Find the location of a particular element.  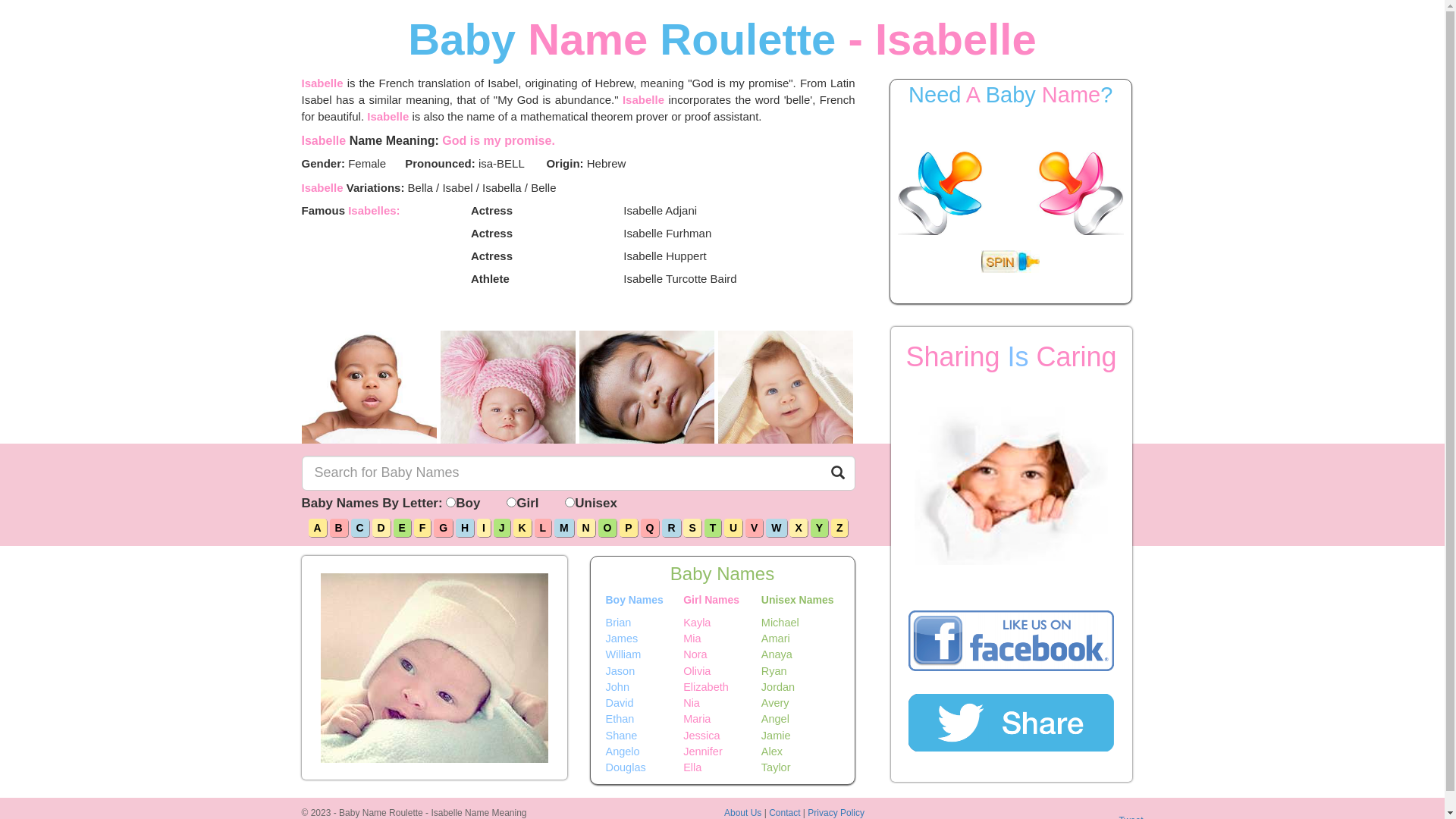

'O' is located at coordinates (597, 526).